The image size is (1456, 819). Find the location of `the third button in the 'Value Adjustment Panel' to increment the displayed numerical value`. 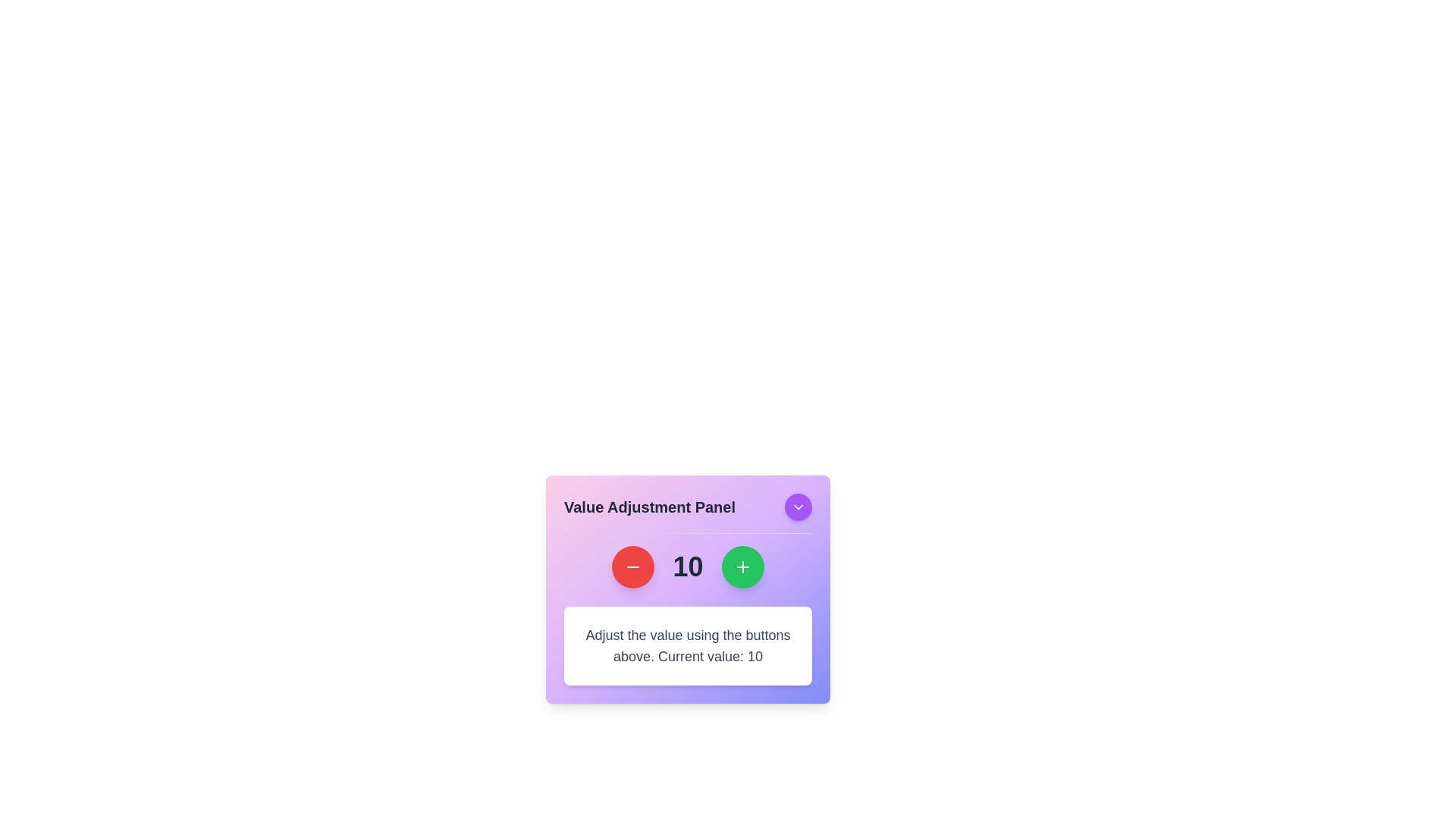

the third button in the 'Value Adjustment Panel' to increment the displayed numerical value is located at coordinates (742, 567).